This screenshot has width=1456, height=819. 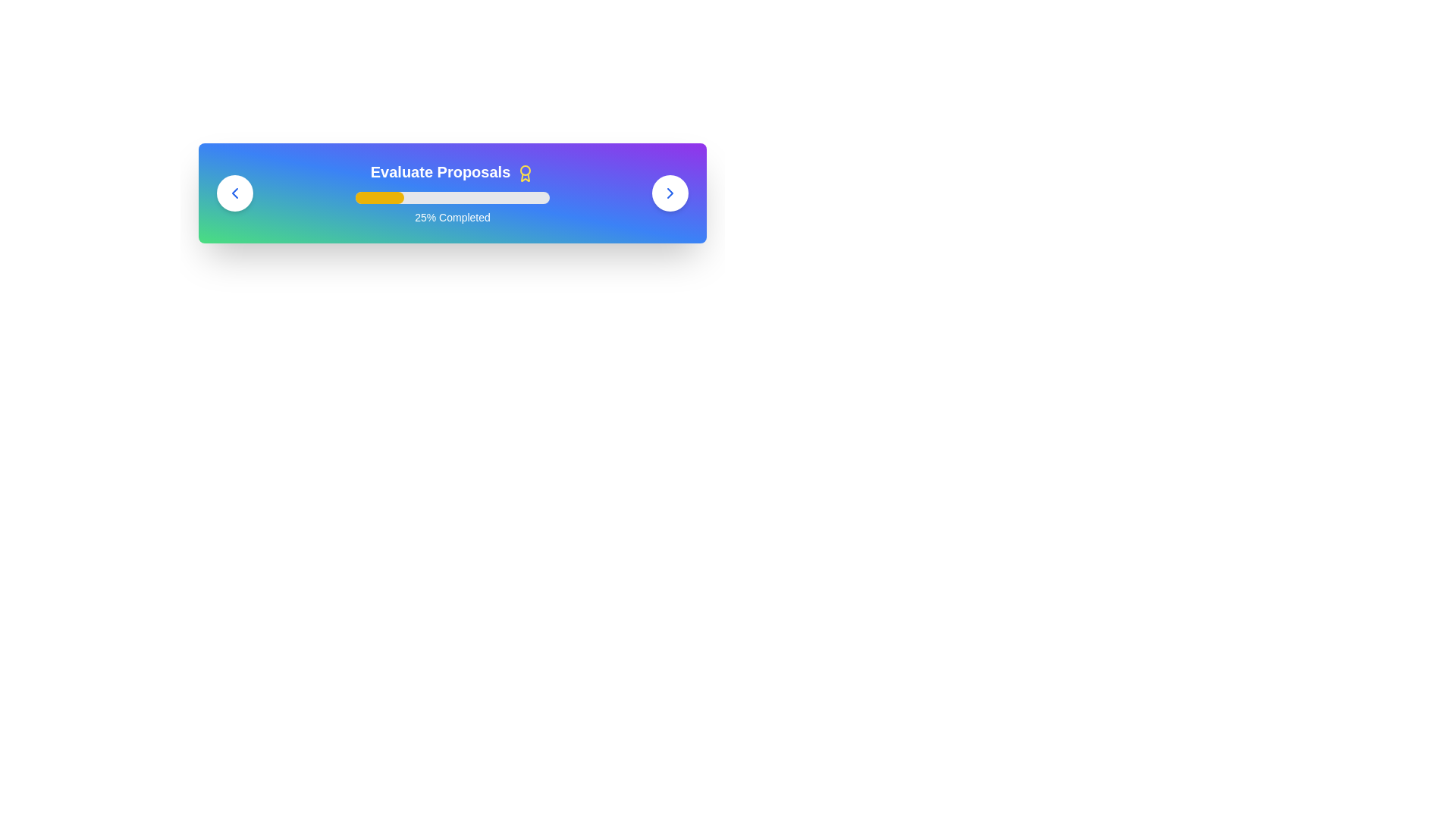 I want to click on the circular button with a white background and a left-pointing chevron icon in blue, so click(x=234, y=192).